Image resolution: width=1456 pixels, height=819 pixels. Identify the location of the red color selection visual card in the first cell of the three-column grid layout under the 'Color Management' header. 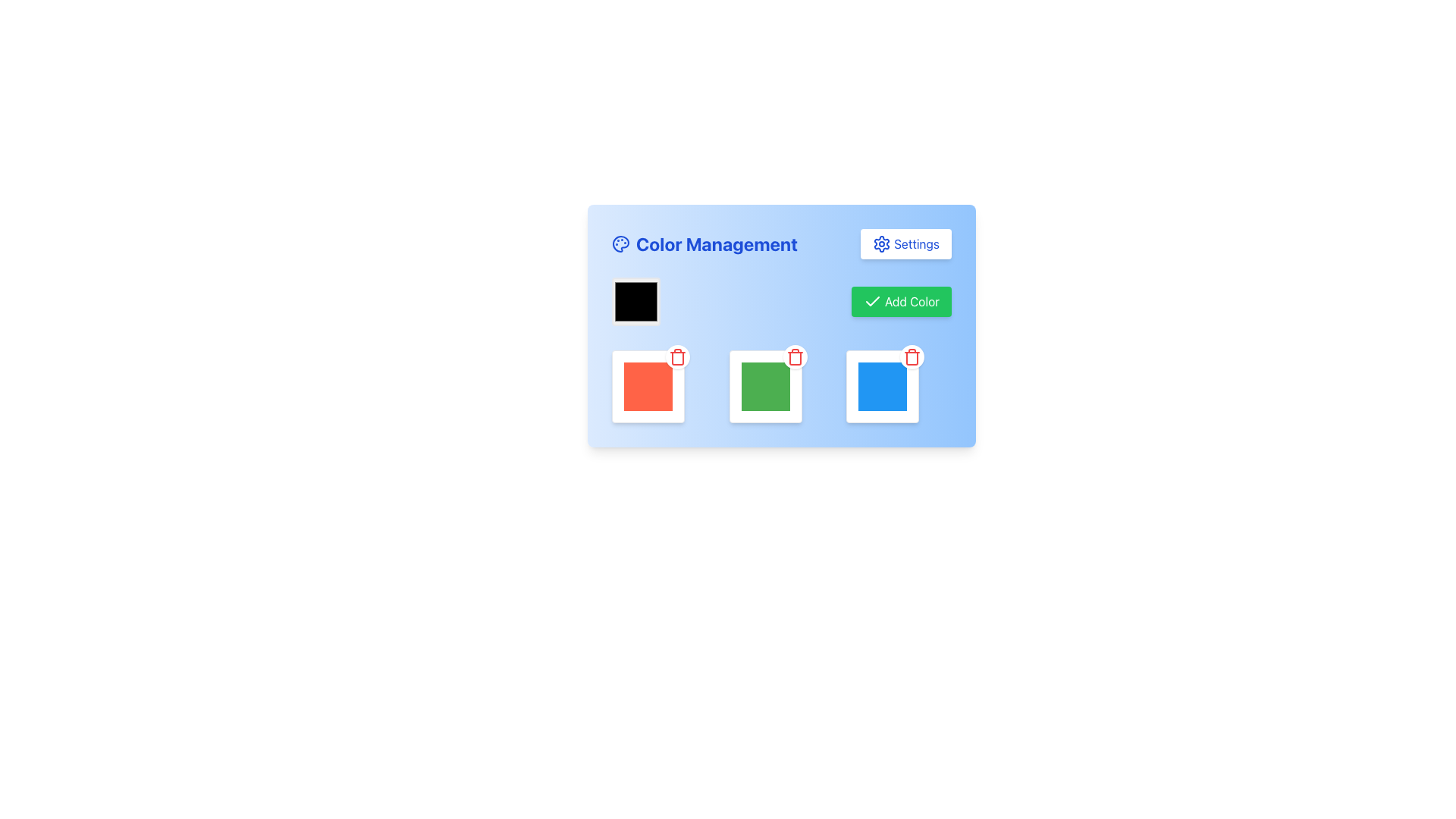
(648, 385).